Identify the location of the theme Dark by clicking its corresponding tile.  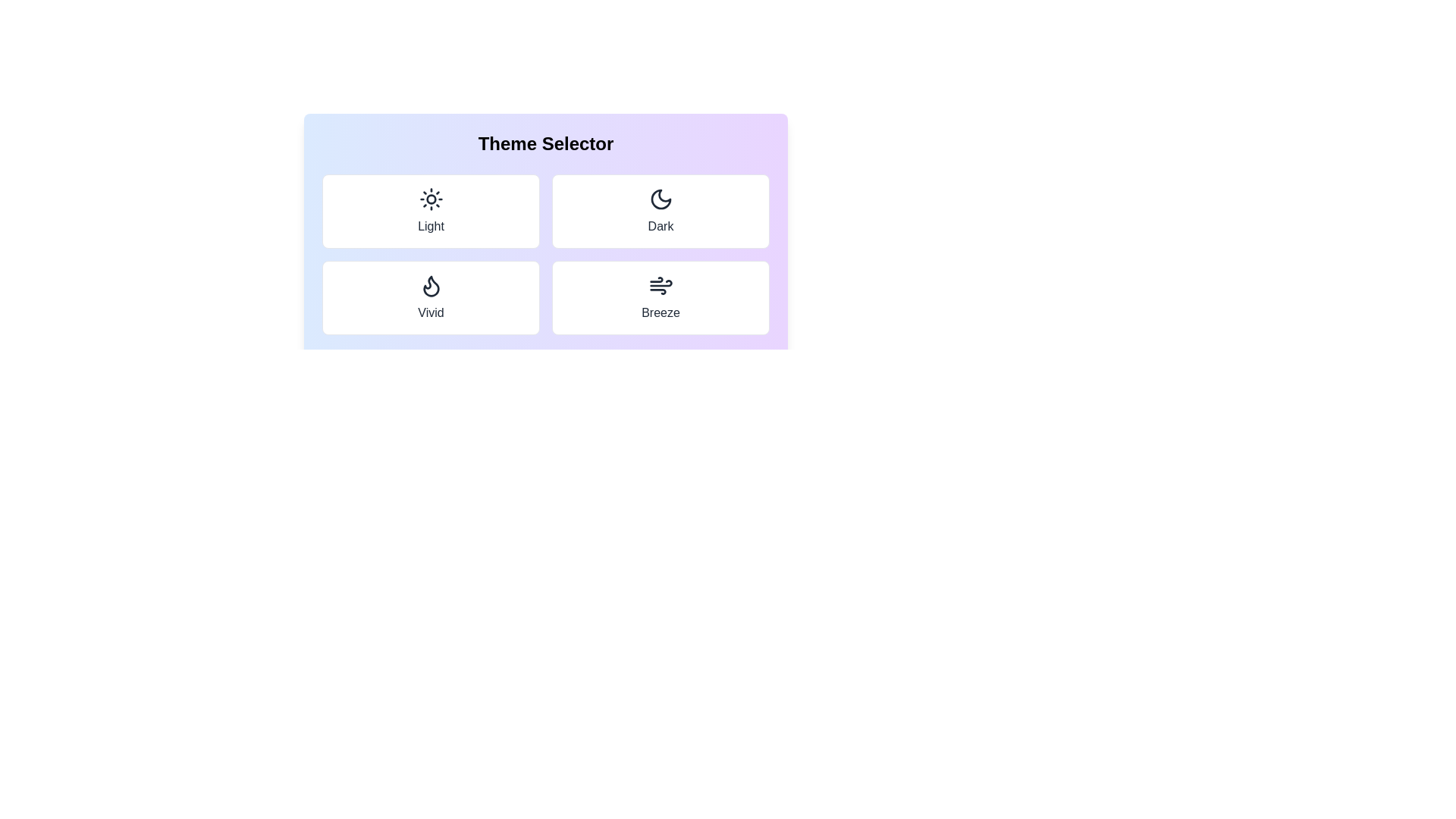
(661, 211).